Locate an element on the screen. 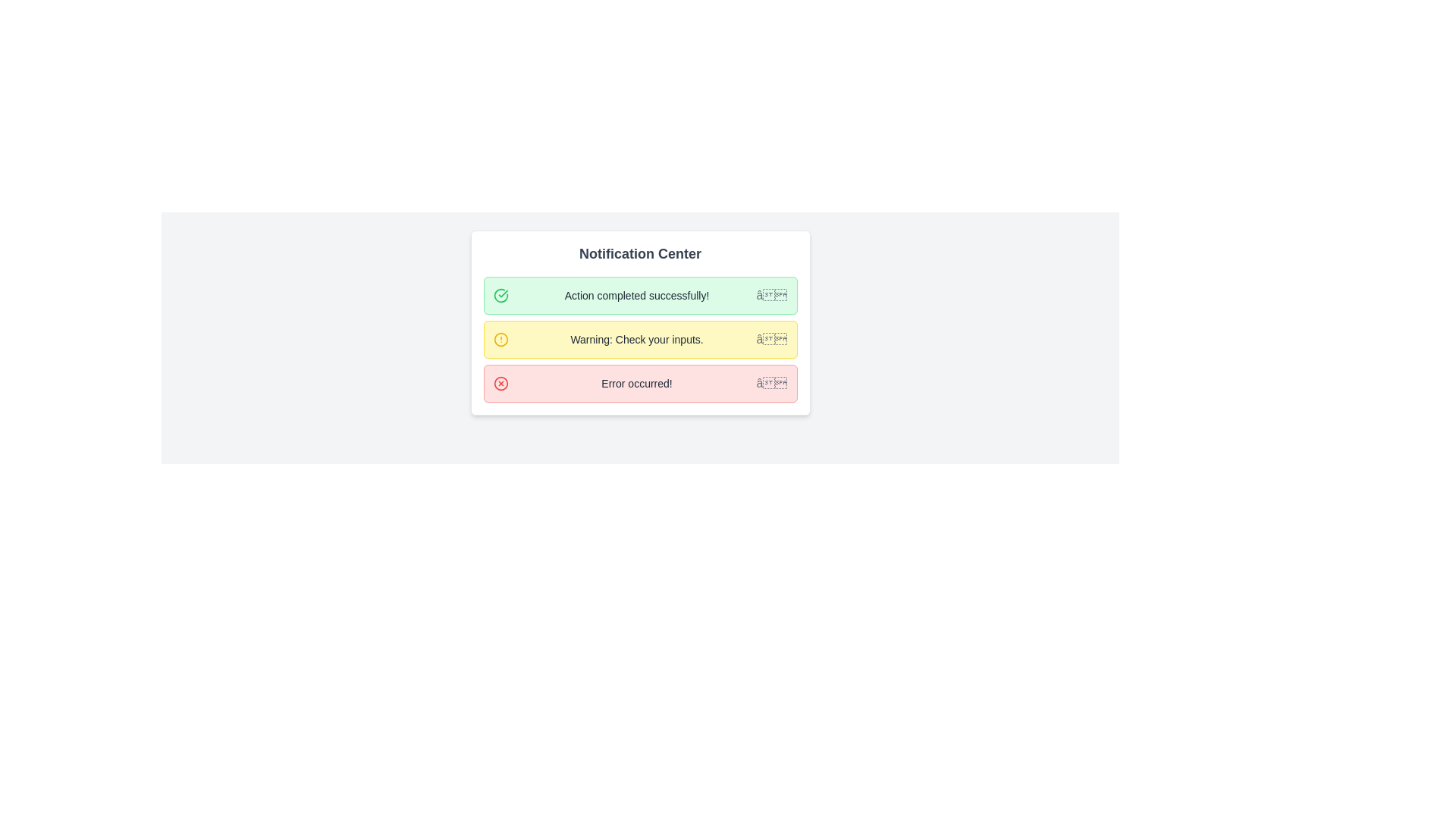  the circular alert icon with a yellow border and fill, located in the middle notification bar of the 'Notification Center', next to the text 'Warning: Check your inputs.' is located at coordinates (500, 338).